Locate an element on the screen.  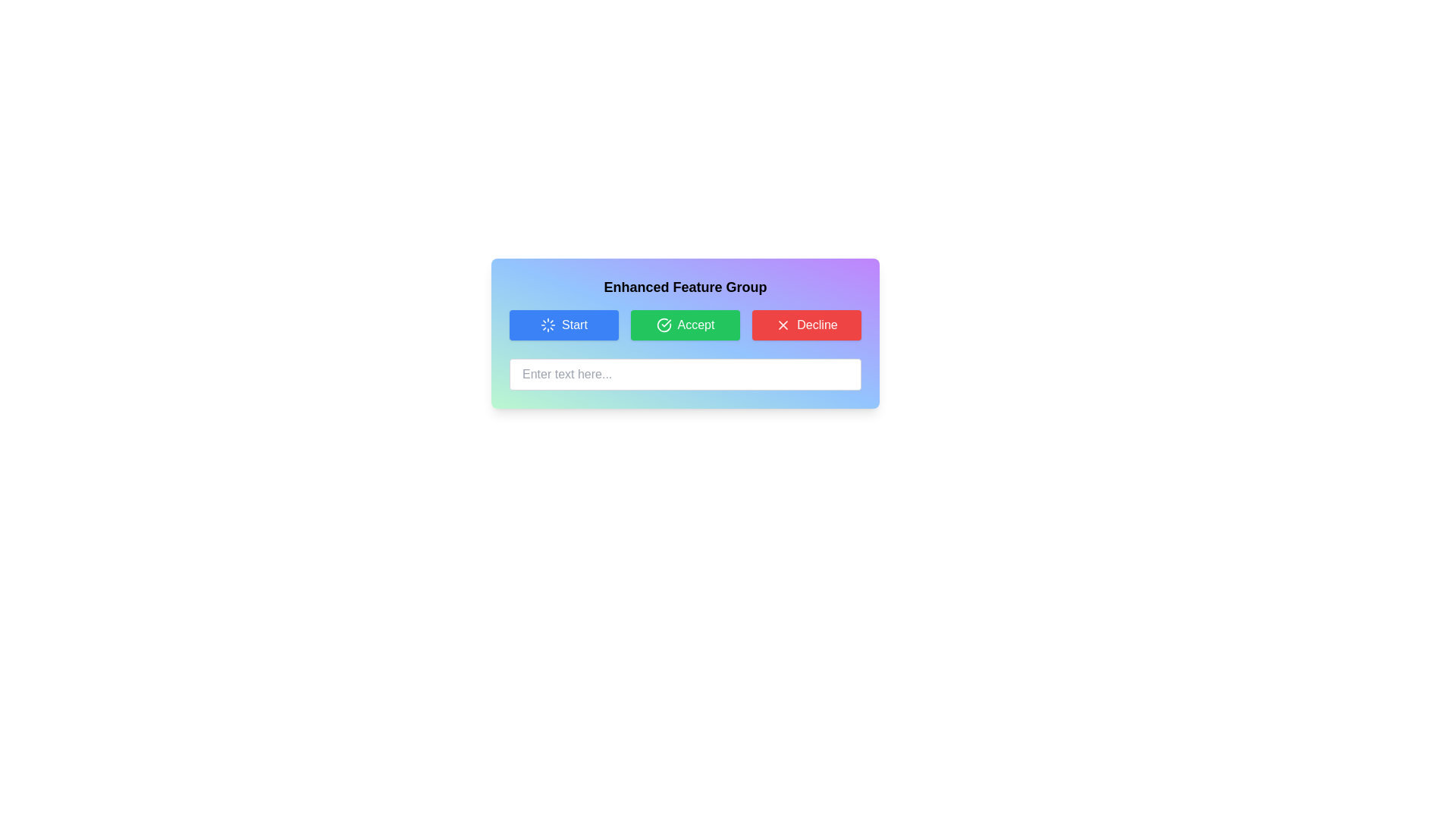
the green 'Accept' button located in the middle of three buttons is located at coordinates (684, 324).